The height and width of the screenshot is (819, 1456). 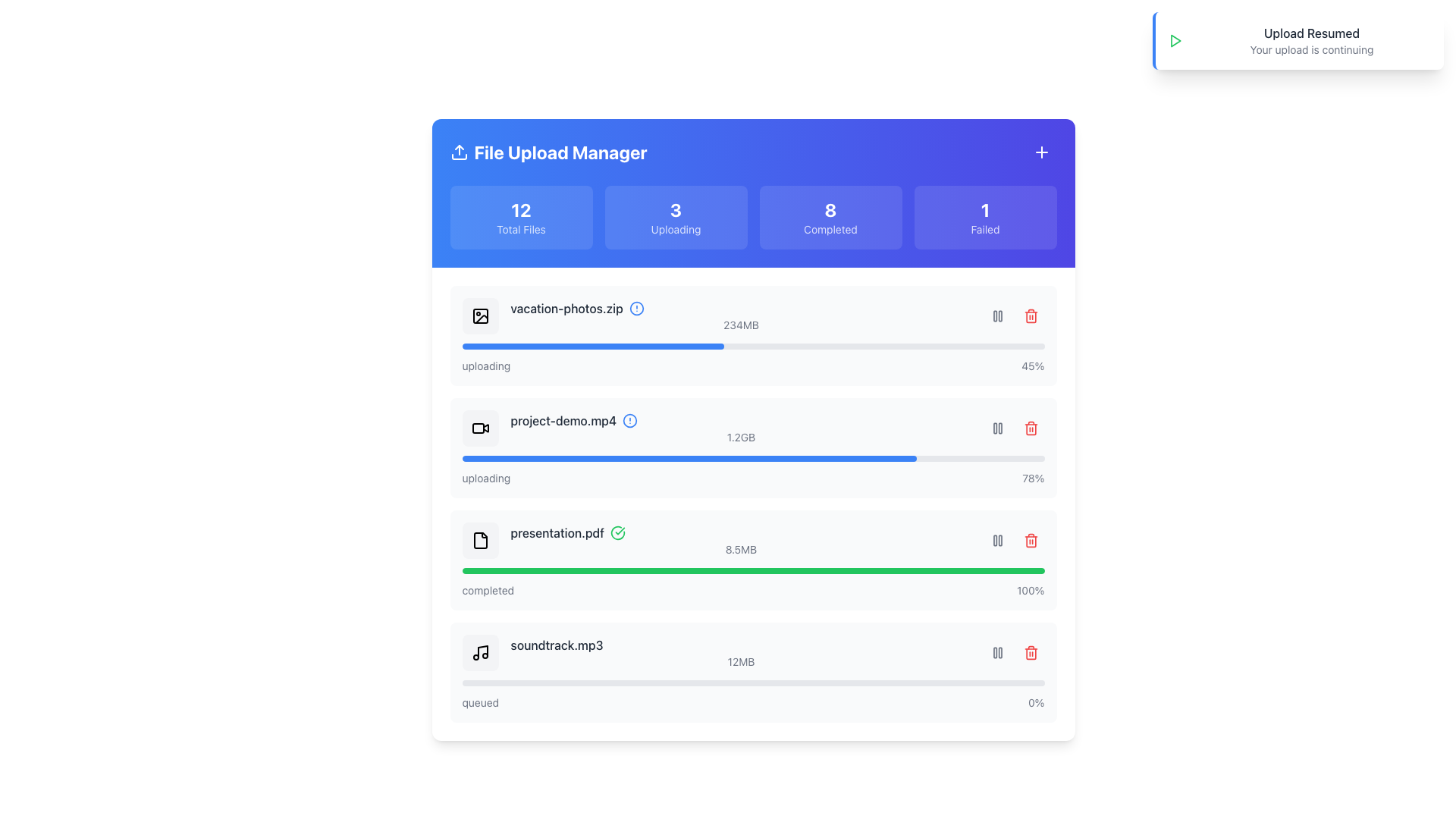 What do you see at coordinates (522, 346) in the screenshot?
I see `the progress bar` at bounding box center [522, 346].